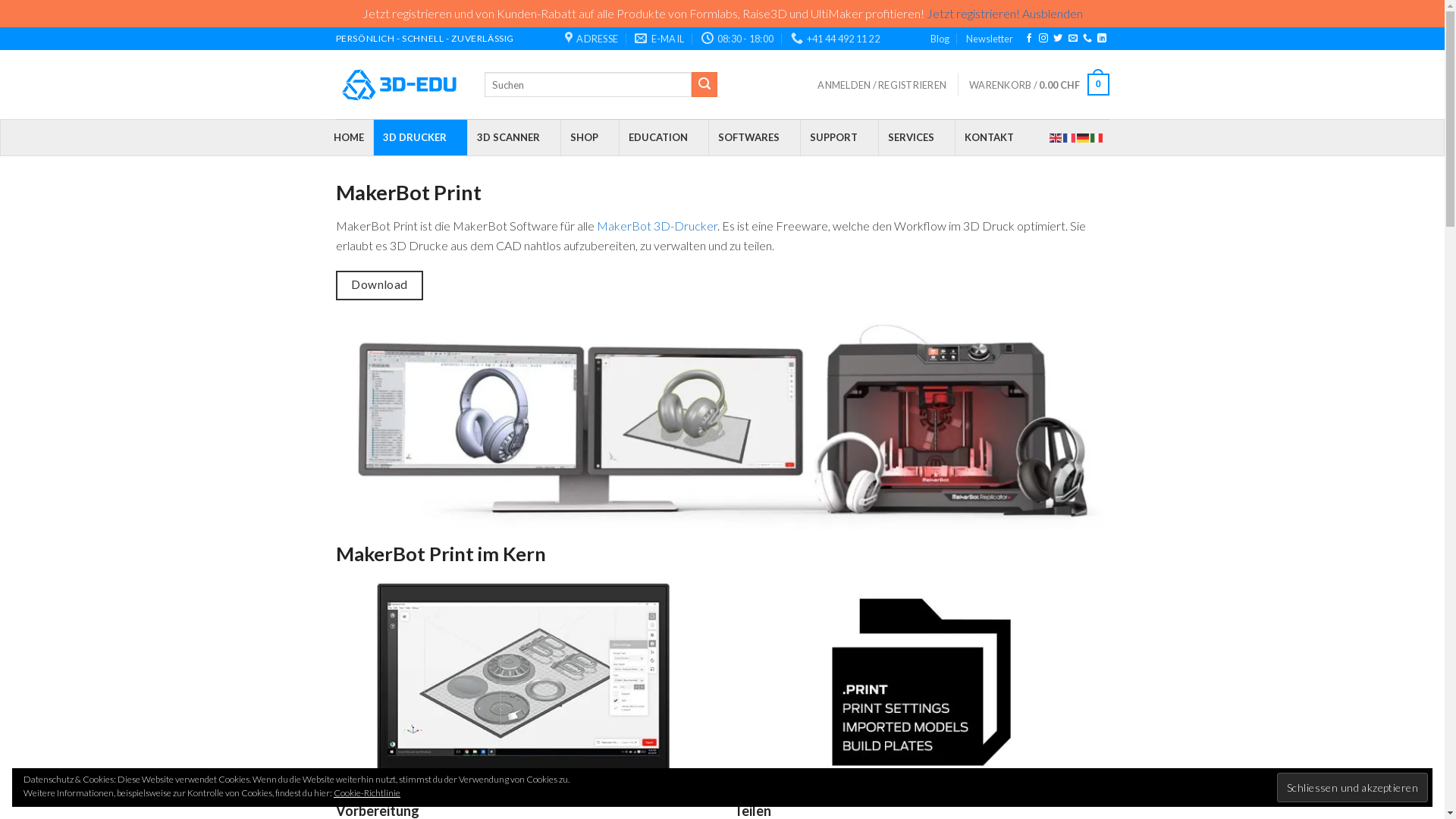  I want to click on 'E-MAIL', so click(659, 37).